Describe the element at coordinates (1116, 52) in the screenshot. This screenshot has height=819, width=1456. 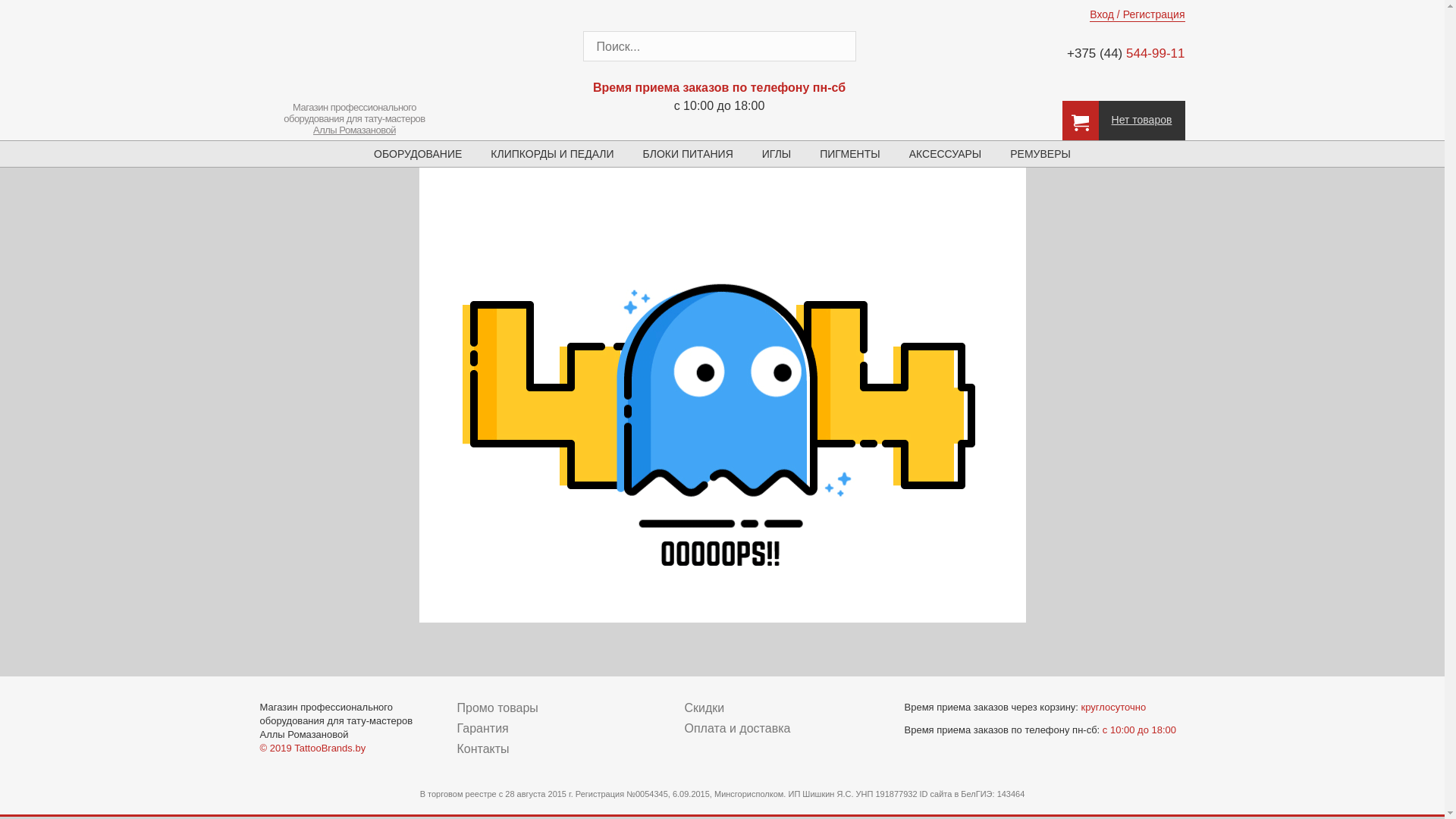
I see `'+375 (44) 544-99-11'` at that location.